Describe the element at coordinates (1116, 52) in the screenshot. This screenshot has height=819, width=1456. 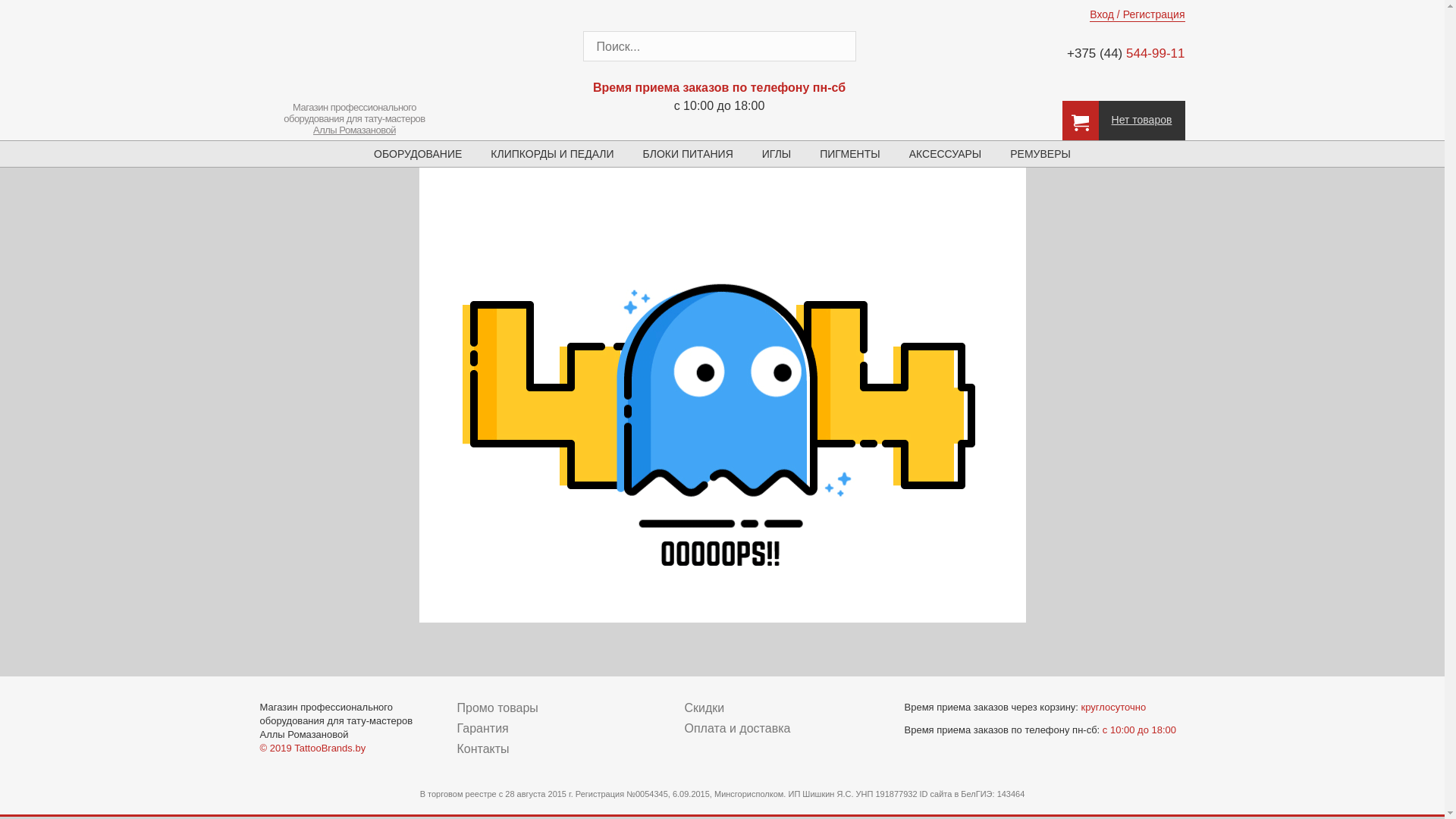
I see `'+375 (44) 544-99-11'` at that location.